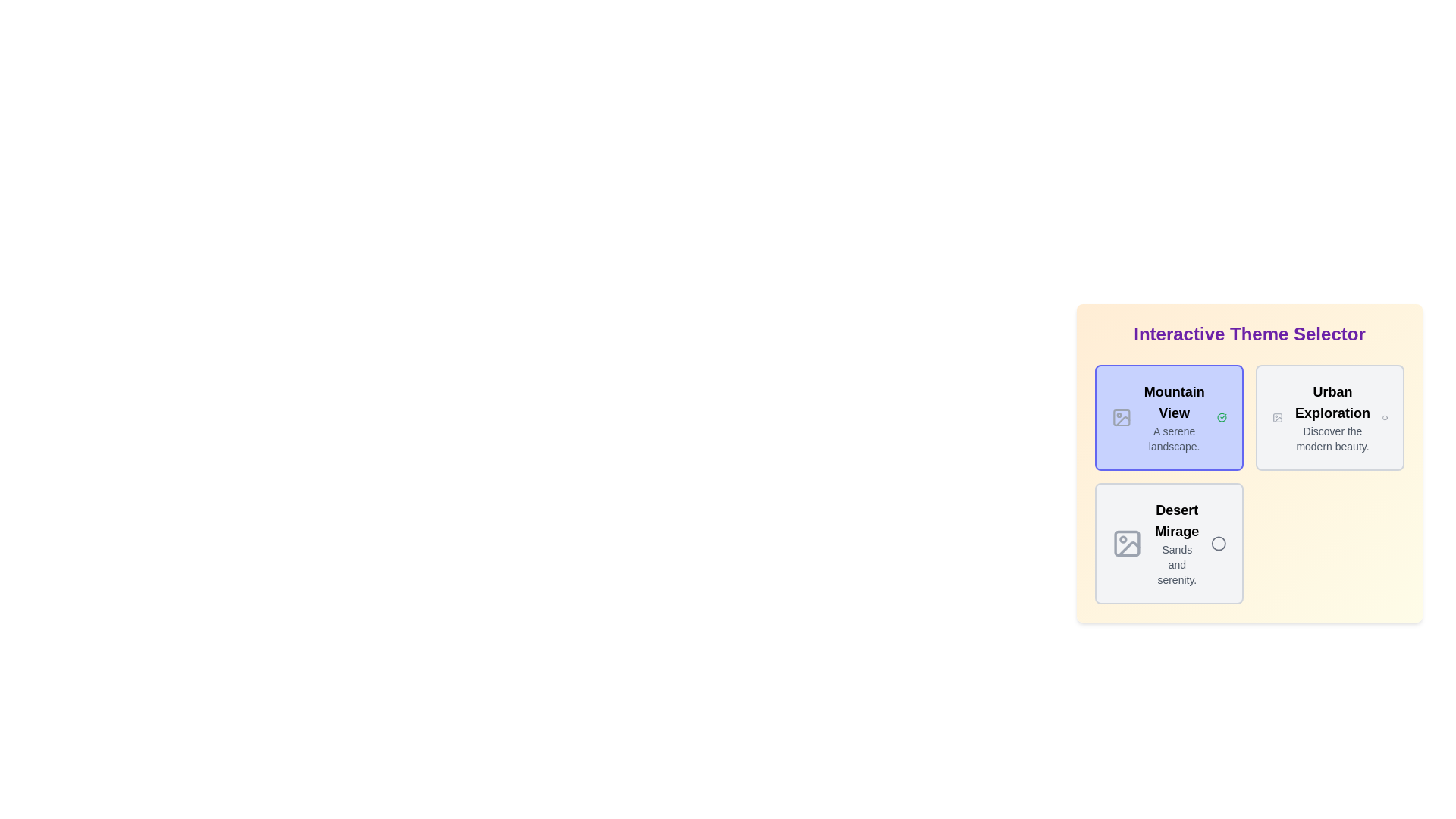 The height and width of the screenshot is (819, 1456). I want to click on the chip labeled Urban Exploration, so click(1329, 418).